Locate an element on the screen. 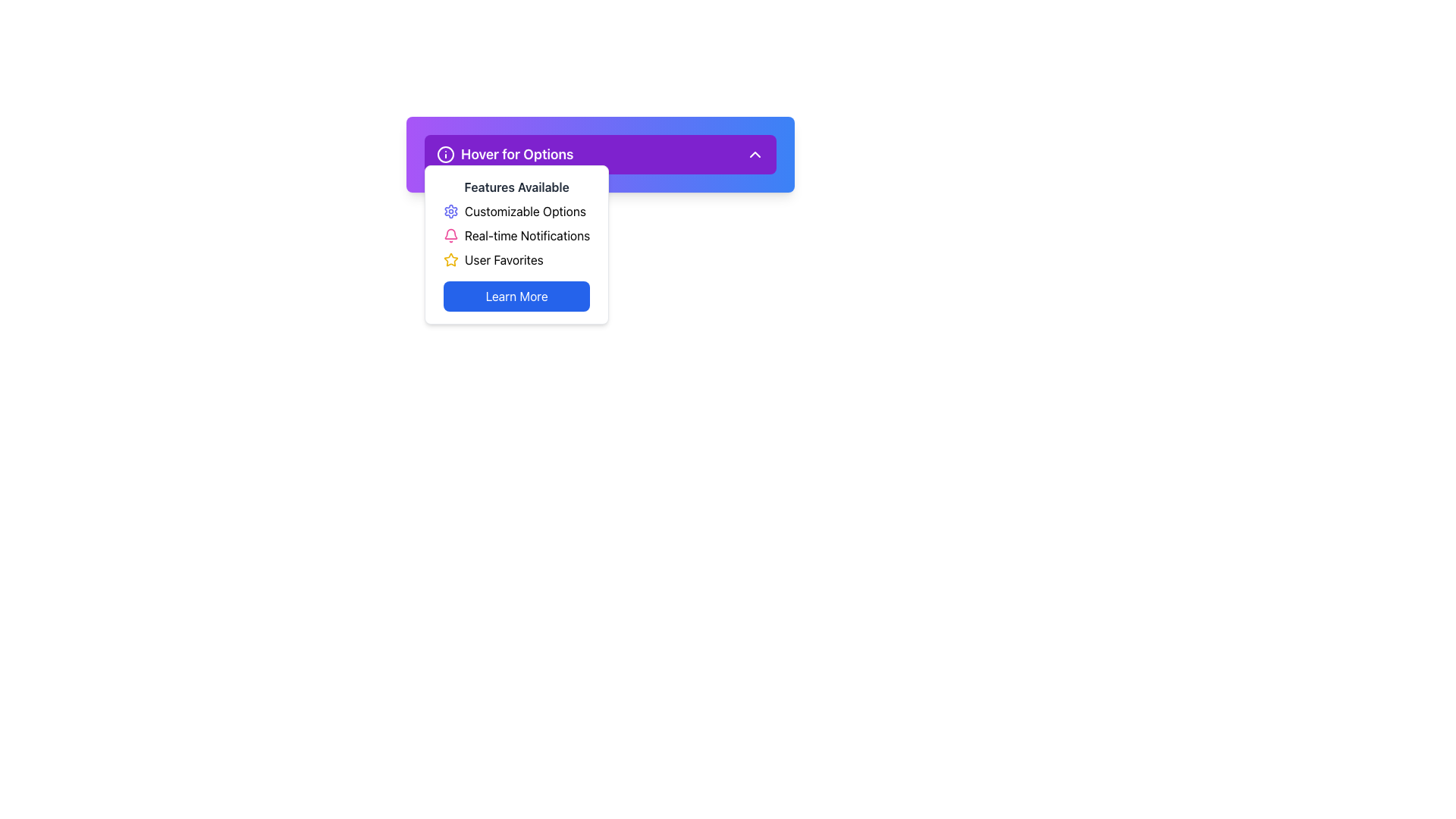 Image resolution: width=1456 pixels, height=819 pixels. the small downward-pointing chevron icon located within the purple button labeled 'Hover for Options' is located at coordinates (755, 155).